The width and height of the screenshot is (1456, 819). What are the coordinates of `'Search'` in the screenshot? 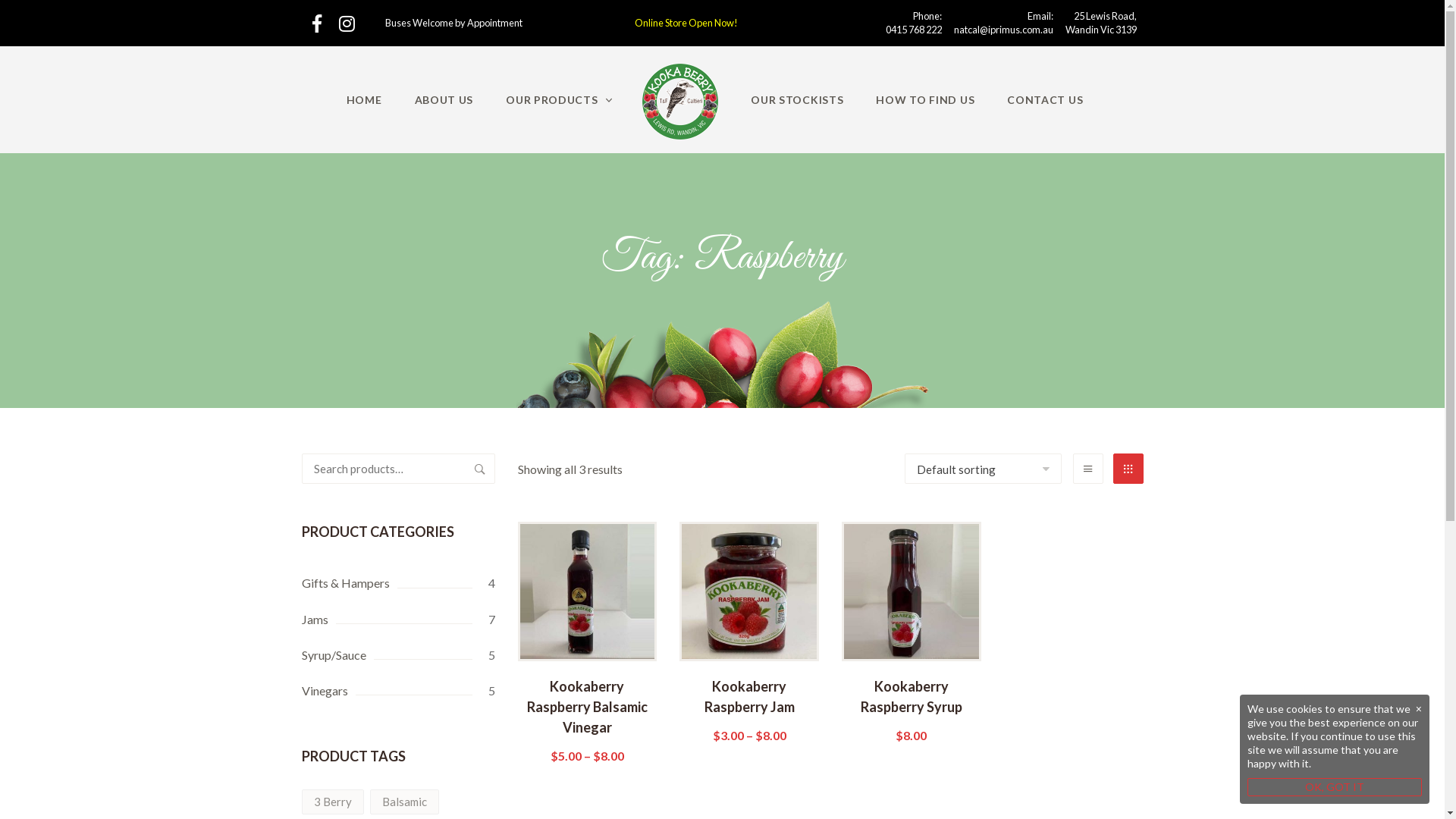 It's located at (479, 467).